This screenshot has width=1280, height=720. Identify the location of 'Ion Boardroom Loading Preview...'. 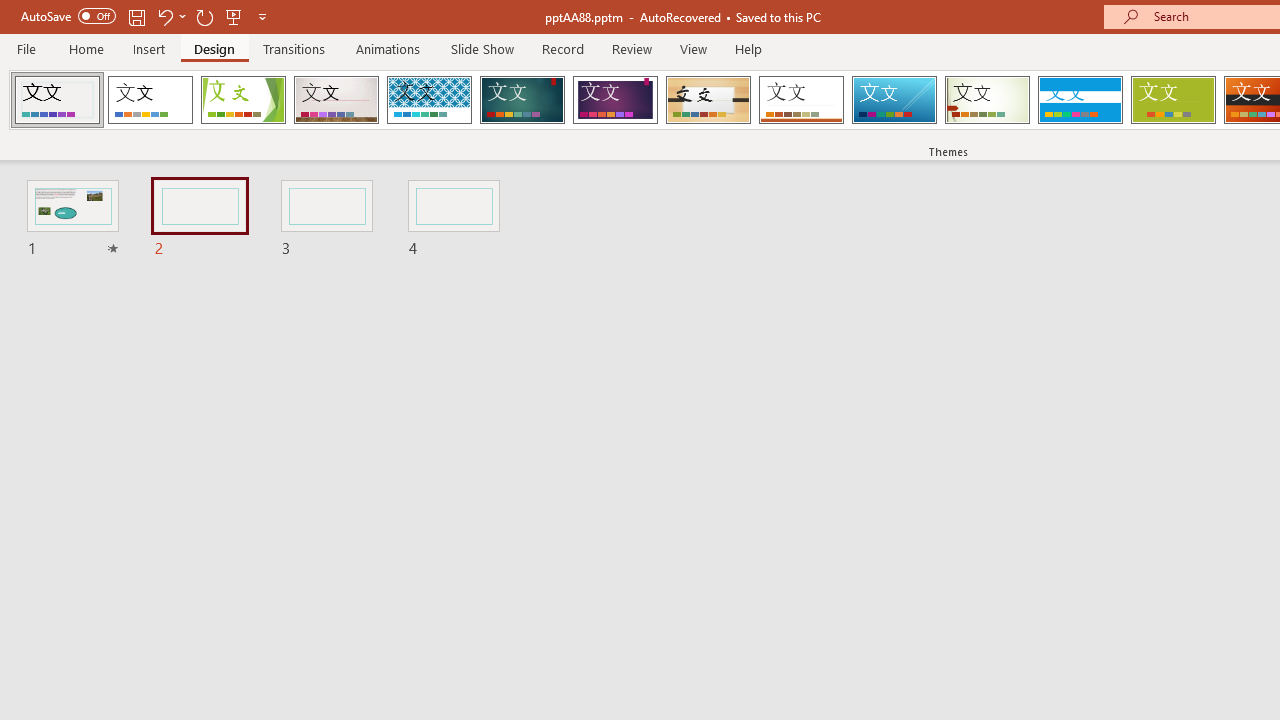
(614, 100).